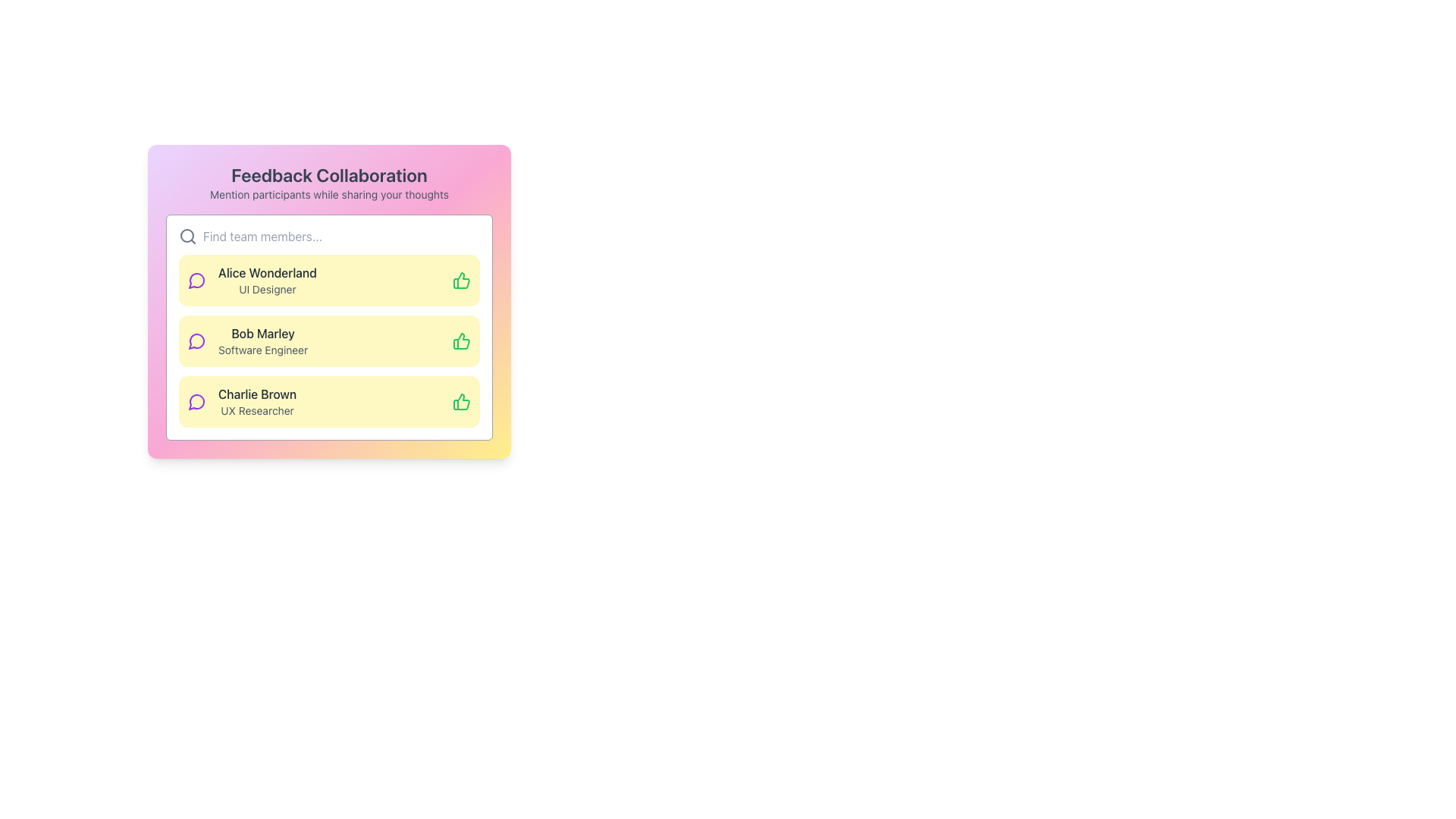 The width and height of the screenshot is (1456, 819). Describe the element at coordinates (257, 411) in the screenshot. I see `the Text Label displaying 'UX Researcher', which is located beneath 'Charlie Brown' in the 'Feedback Collaboration' card` at that location.